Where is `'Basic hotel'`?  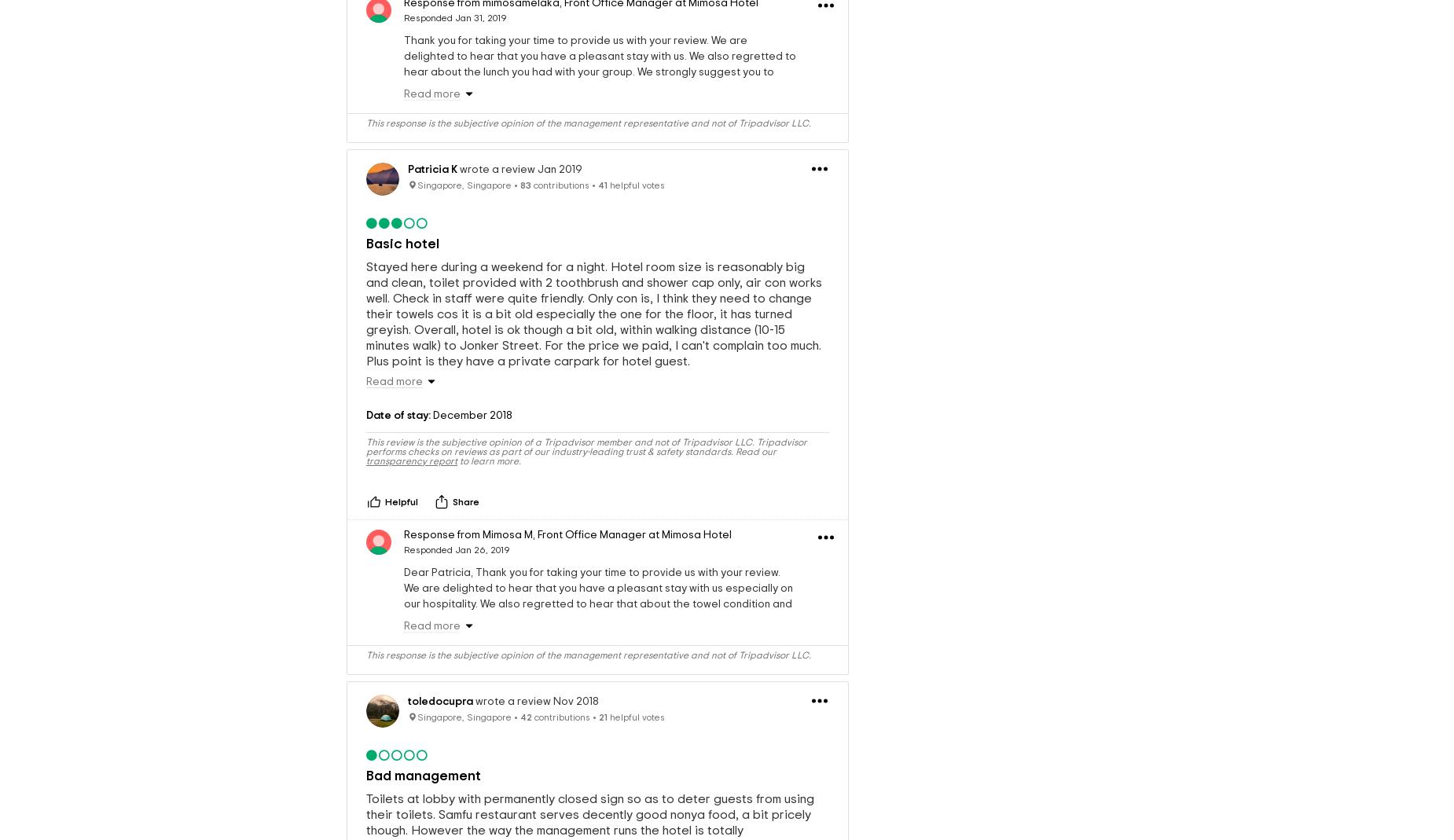 'Basic hotel' is located at coordinates (402, 243).